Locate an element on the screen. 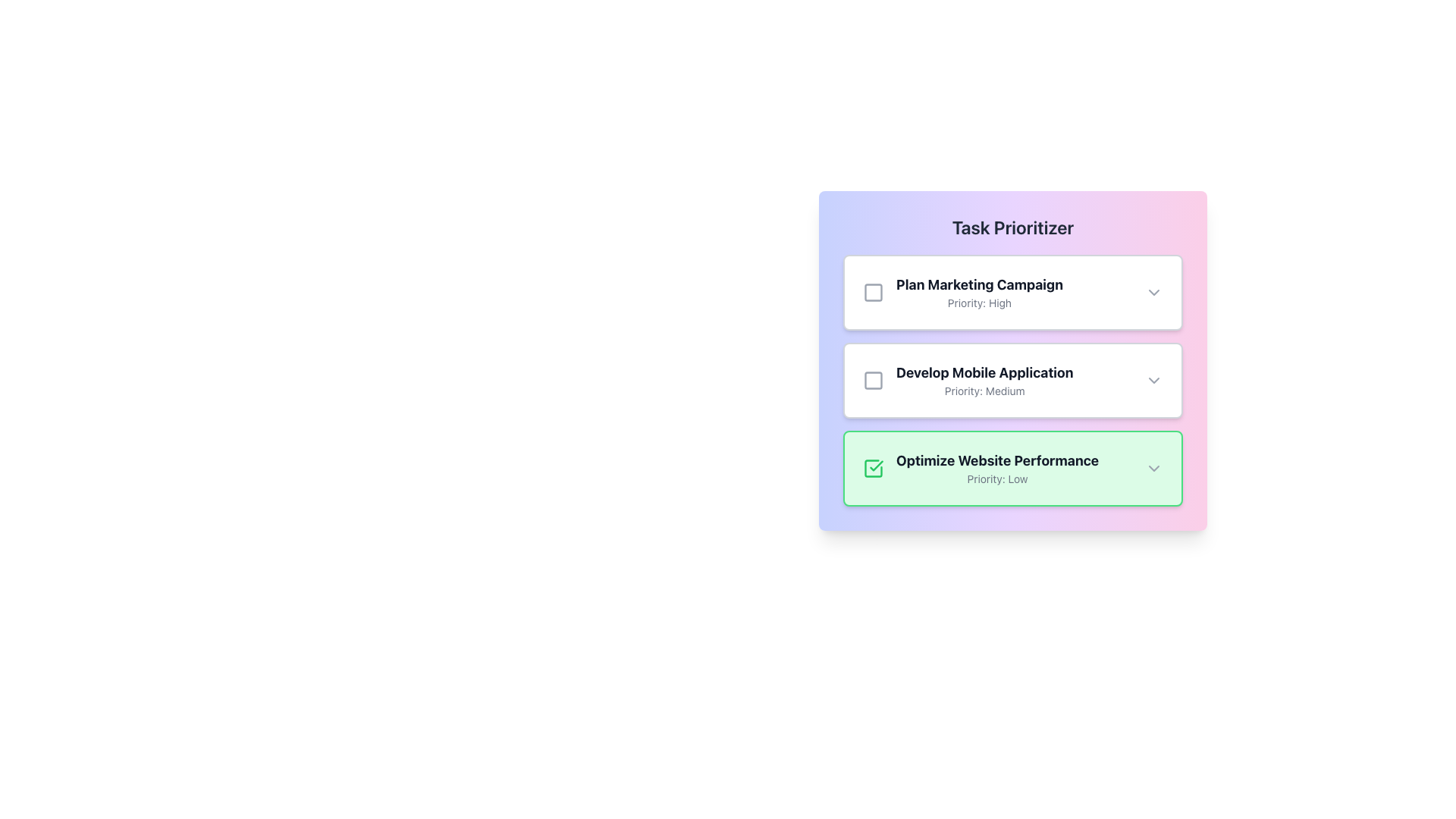 The width and height of the screenshot is (1456, 819). the static text label displaying 'Priority: Low' that is located below the main title 'Optimize Website Performance' in the green-highlighted section is located at coordinates (997, 479).